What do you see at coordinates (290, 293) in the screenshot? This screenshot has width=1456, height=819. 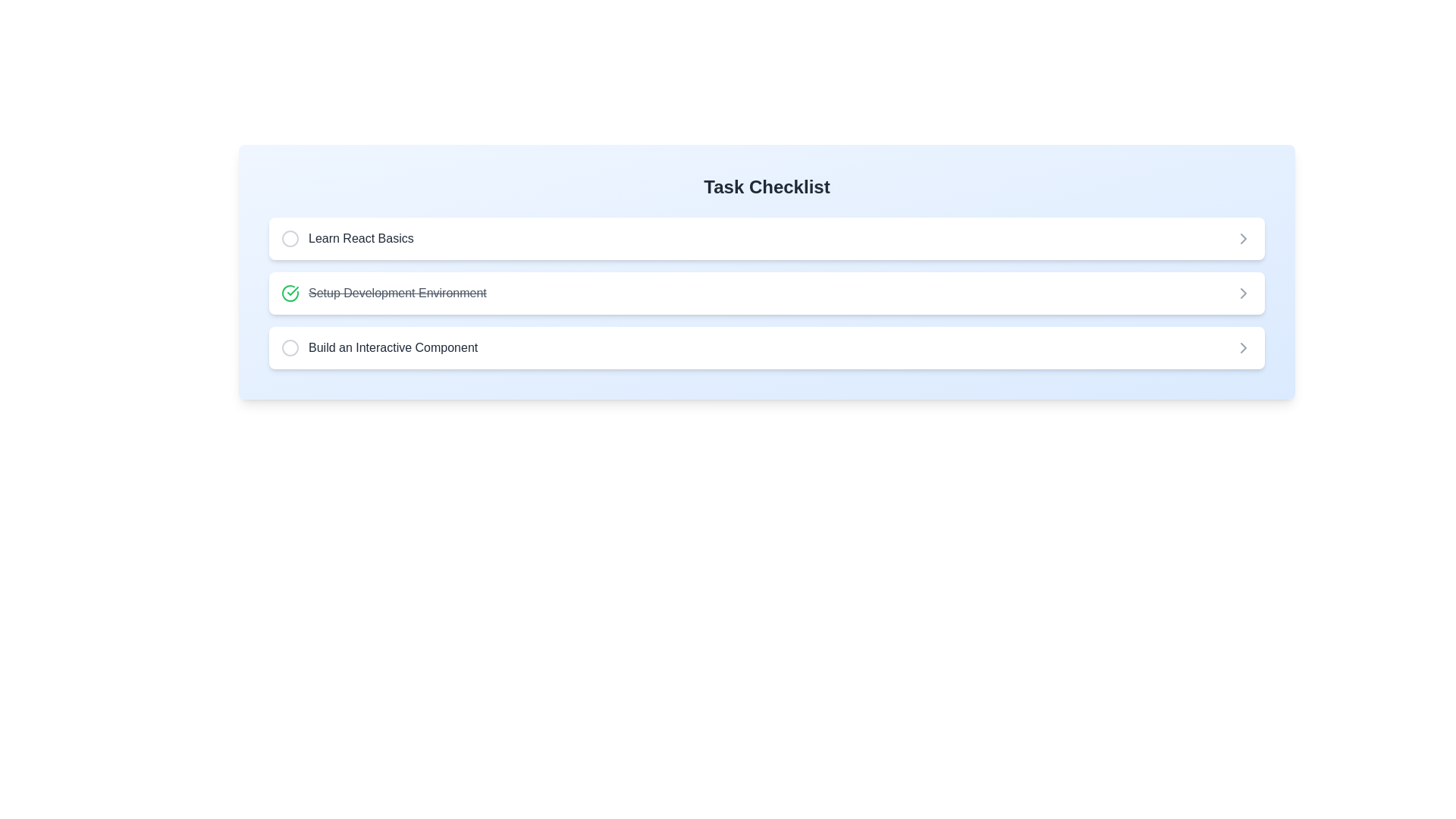 I see `the green circular check mark icon indicating a completed task, located next to the strikethrough text 'Setup Development Environment' in the checklist for tooltip or additional information` at bounding box center [290, 293].